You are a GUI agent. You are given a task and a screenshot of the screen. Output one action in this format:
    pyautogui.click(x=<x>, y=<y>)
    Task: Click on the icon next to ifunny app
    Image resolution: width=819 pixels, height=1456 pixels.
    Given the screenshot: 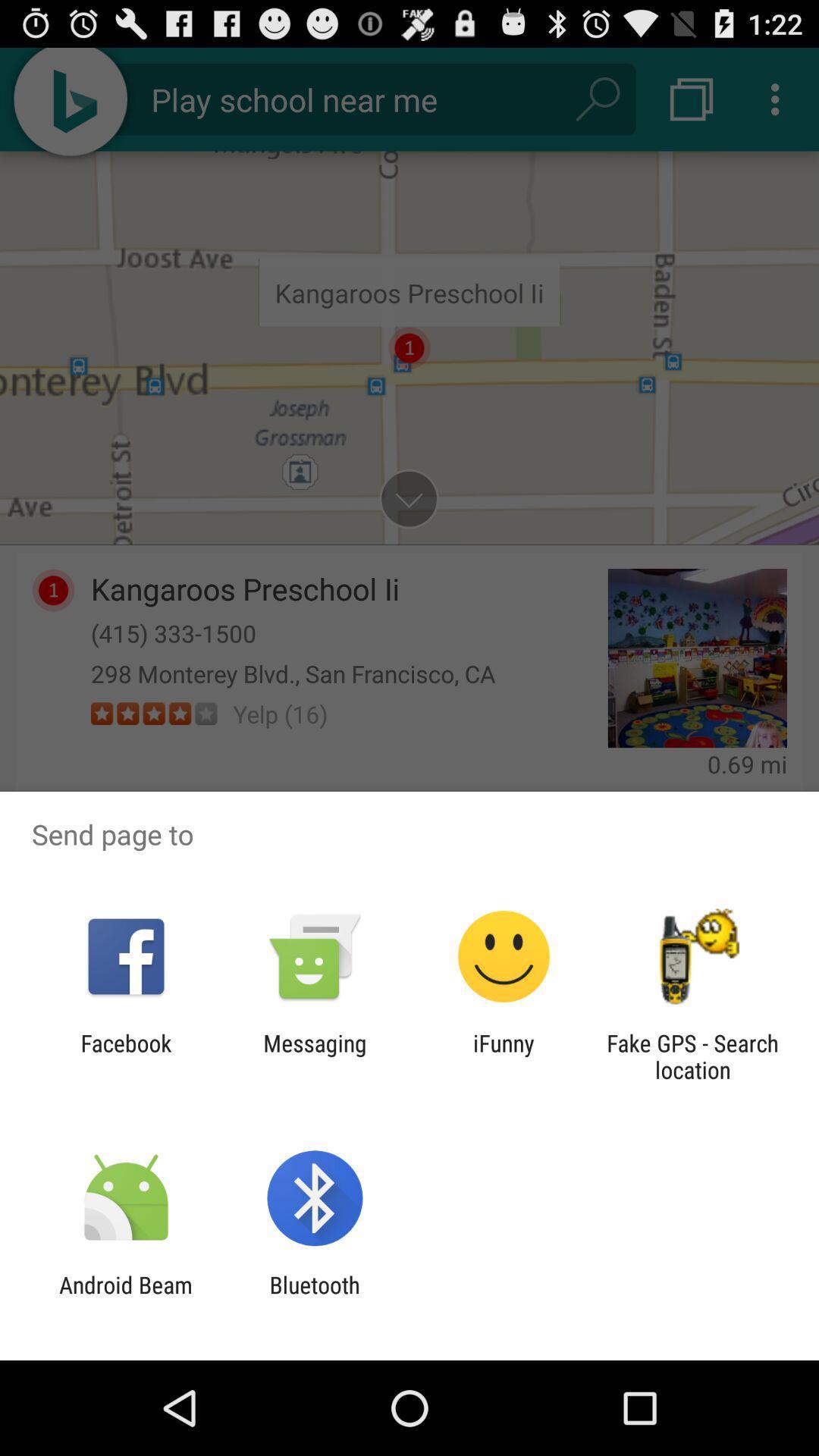 What is the action you would take?
    pyautogui.click(x=692, y=1056)
    